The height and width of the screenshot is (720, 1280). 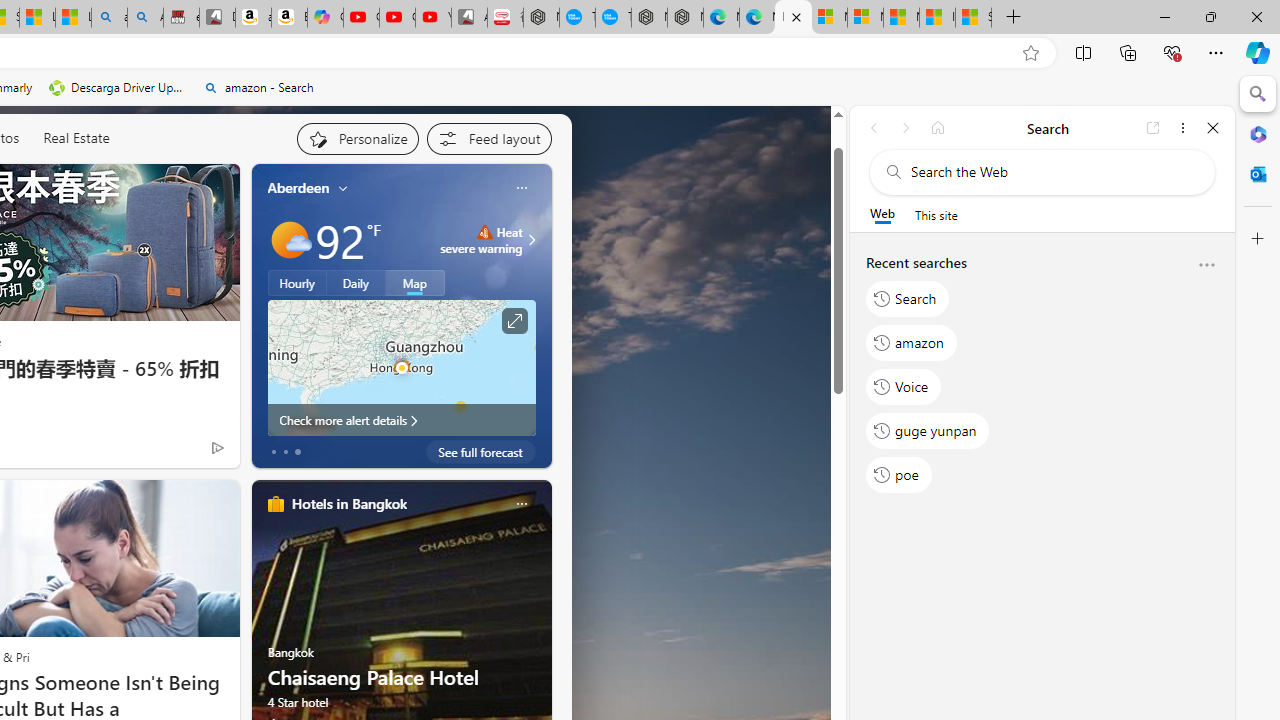 What do you see at coordinates (903, 386) in the screenshot?
I see `'Voice'` at bounding box center [903, 386].